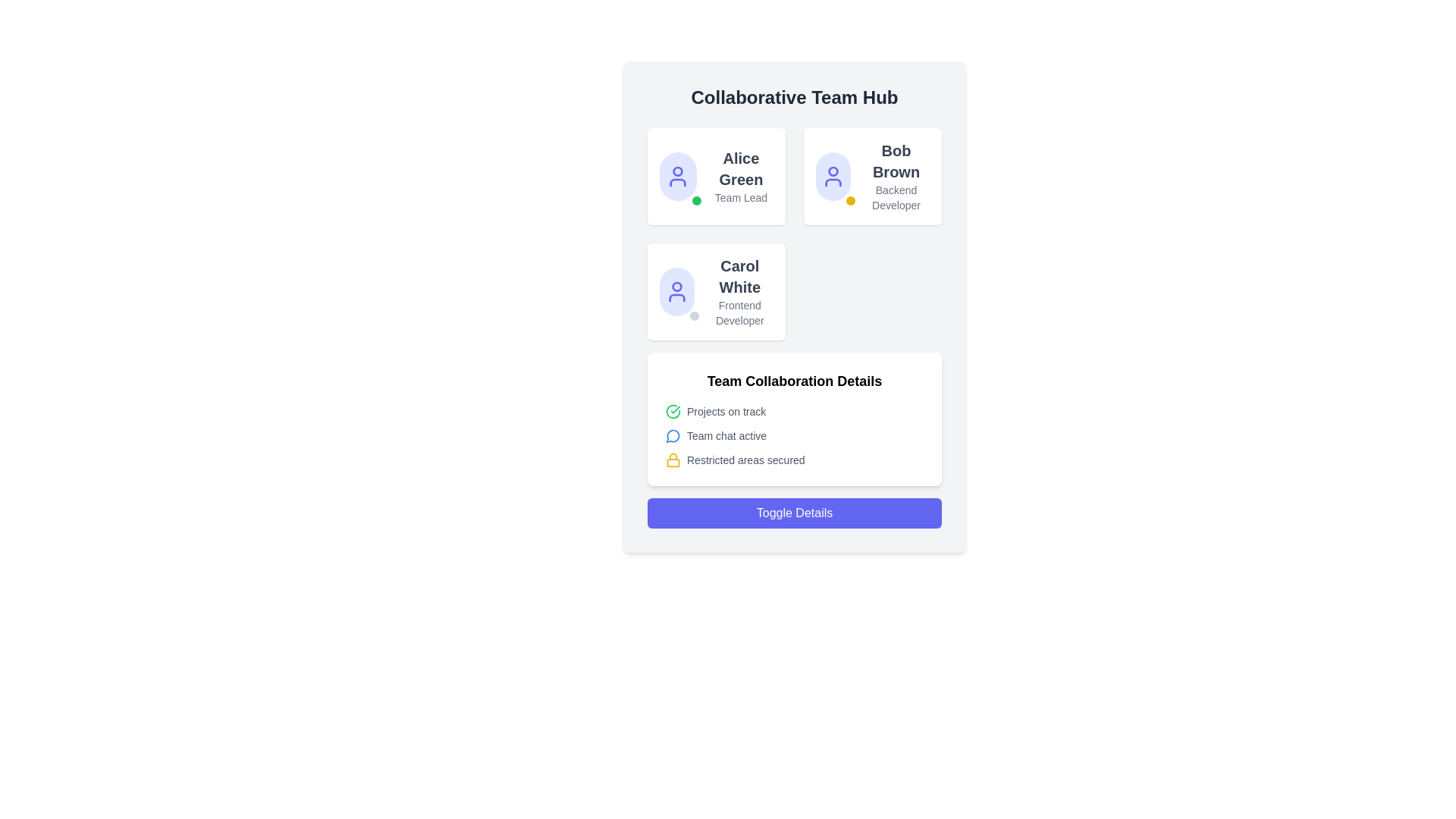  What do you see at coordinates (793, 435) in the screenshot?
I see `the 'Team chat active' status indicator in the Team Collaboration Details card, which is the second item in a vertical list of status indicators` at bounding box center [793, 435].